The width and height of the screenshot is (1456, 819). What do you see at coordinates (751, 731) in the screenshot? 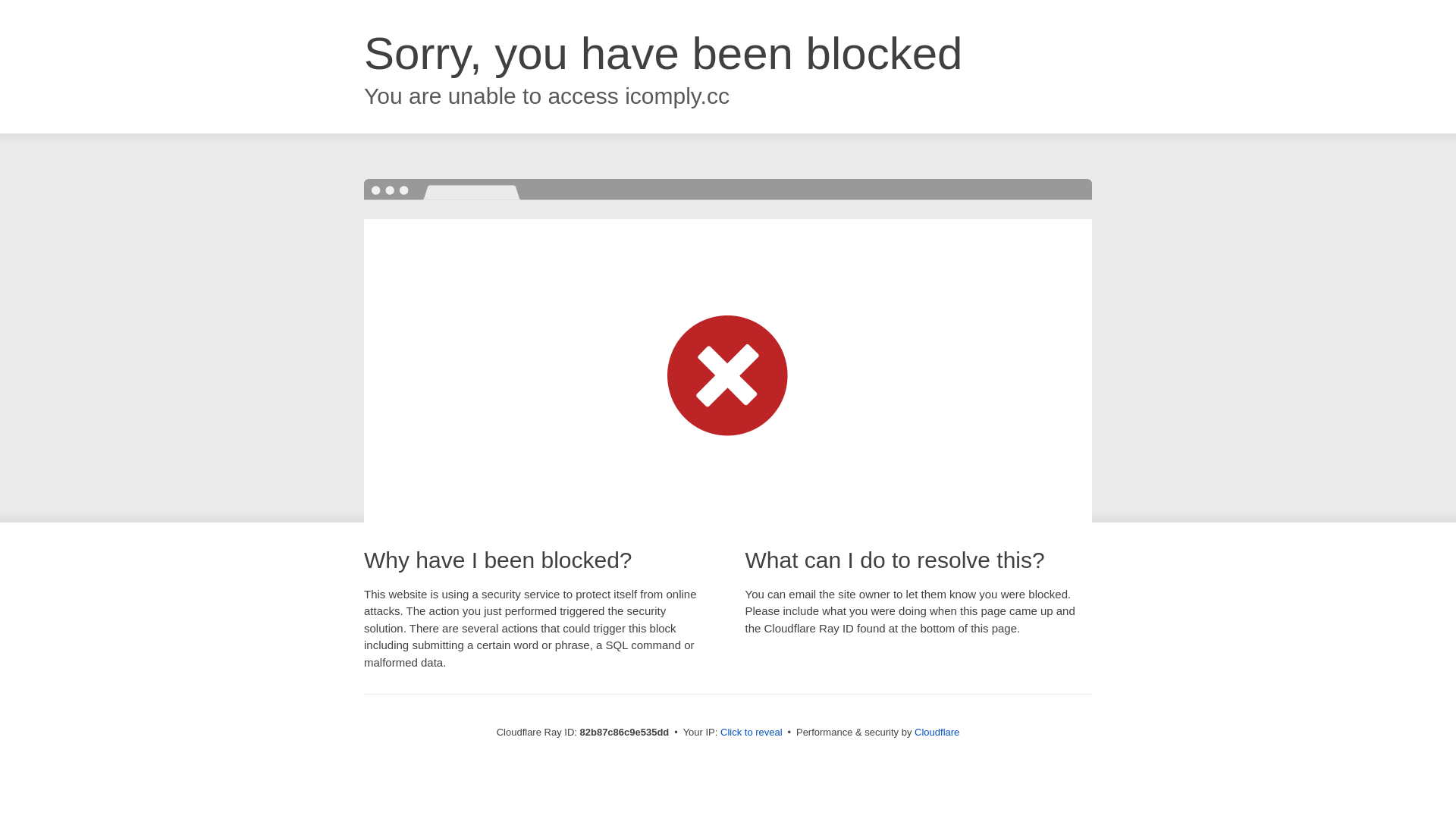
I see `'Click to reveal'` at bounding box center [751, 731].